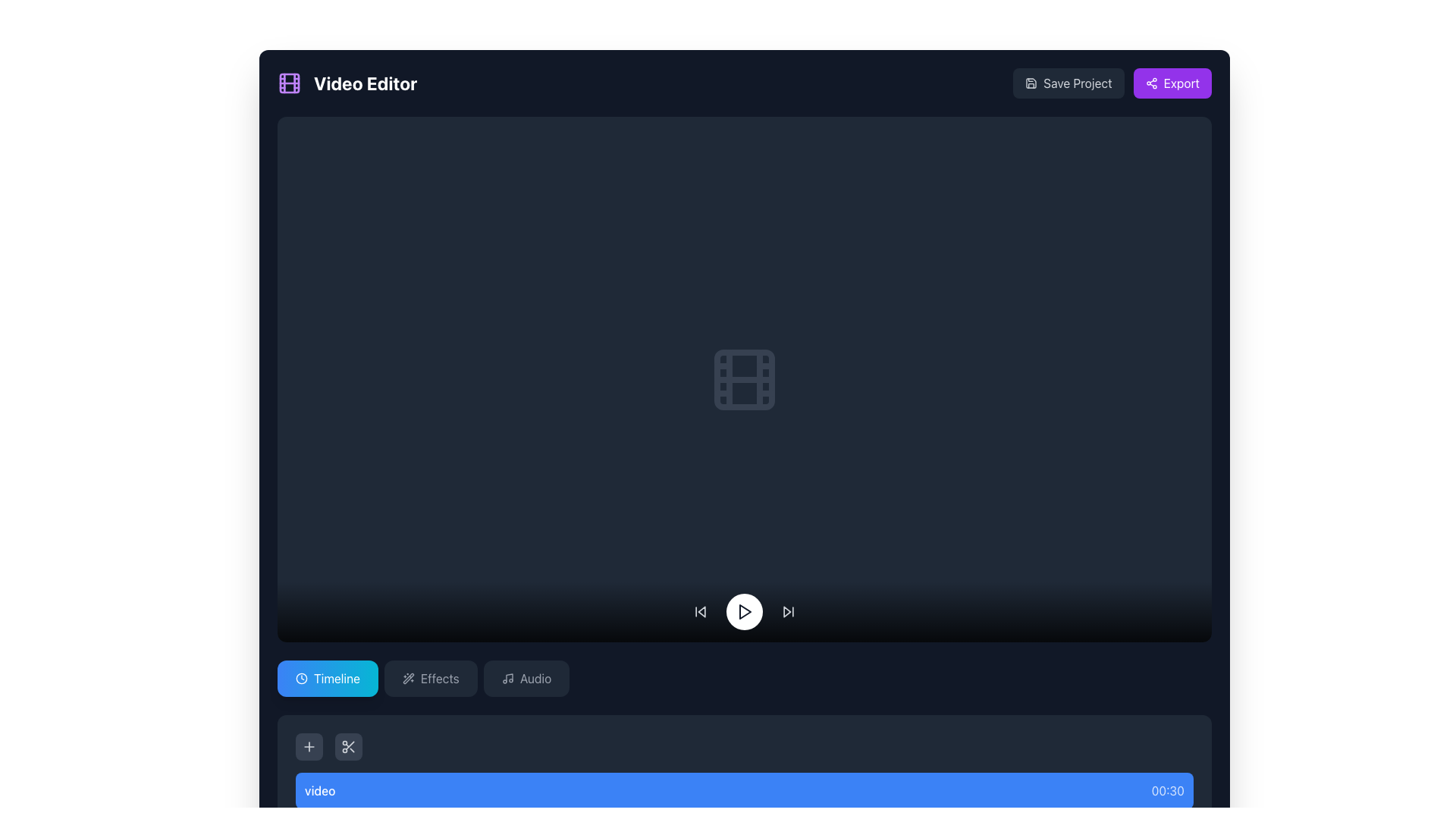 The width and height of the screenshot is (1456, 819). I want to click on the film strip icon, which is purple and has rectangular cutouts, located at the top-left corner adjacent to 'Video Editor', so click(290, 83).